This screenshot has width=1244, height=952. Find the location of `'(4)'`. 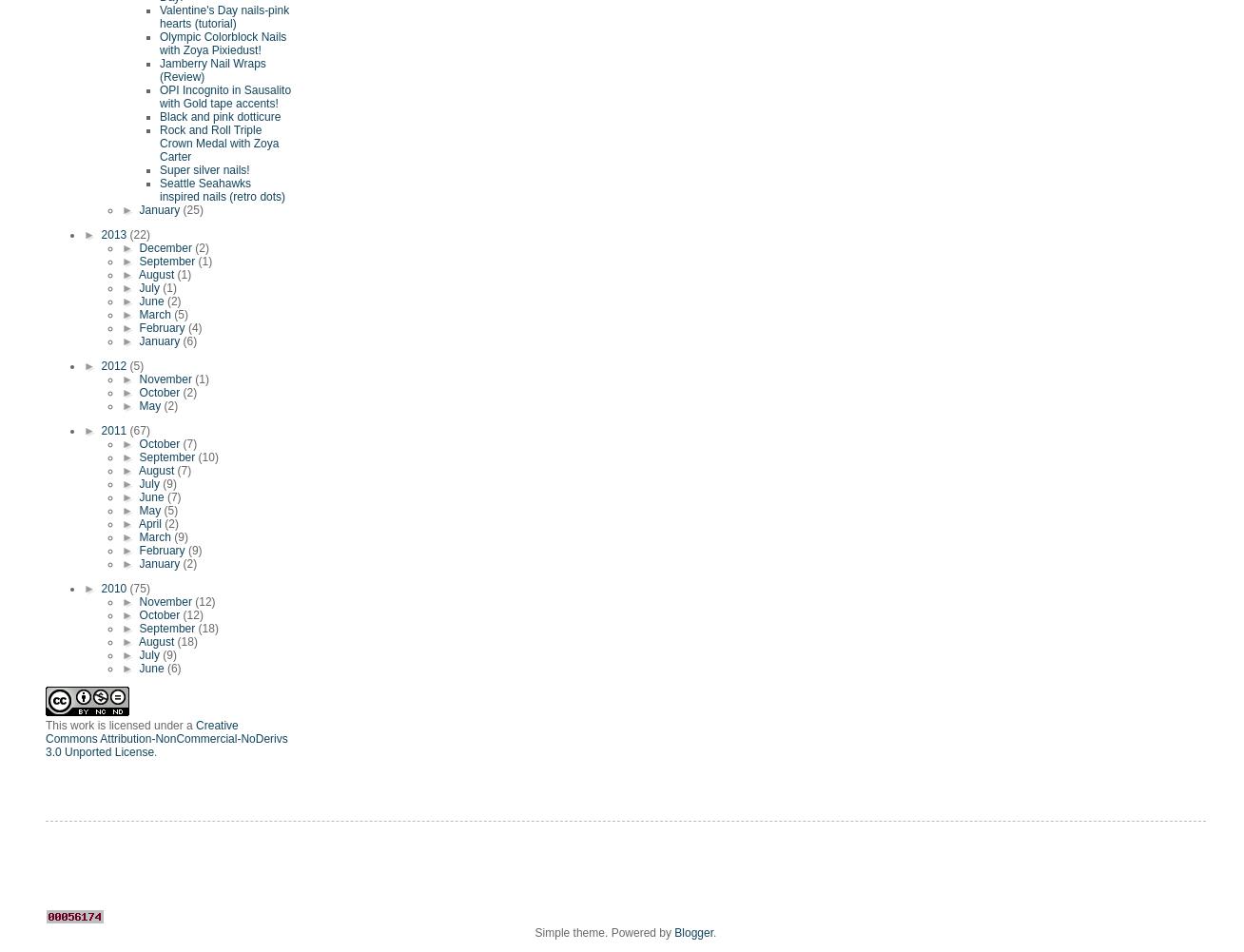

'(4)' is located at coordinates (194, 328).